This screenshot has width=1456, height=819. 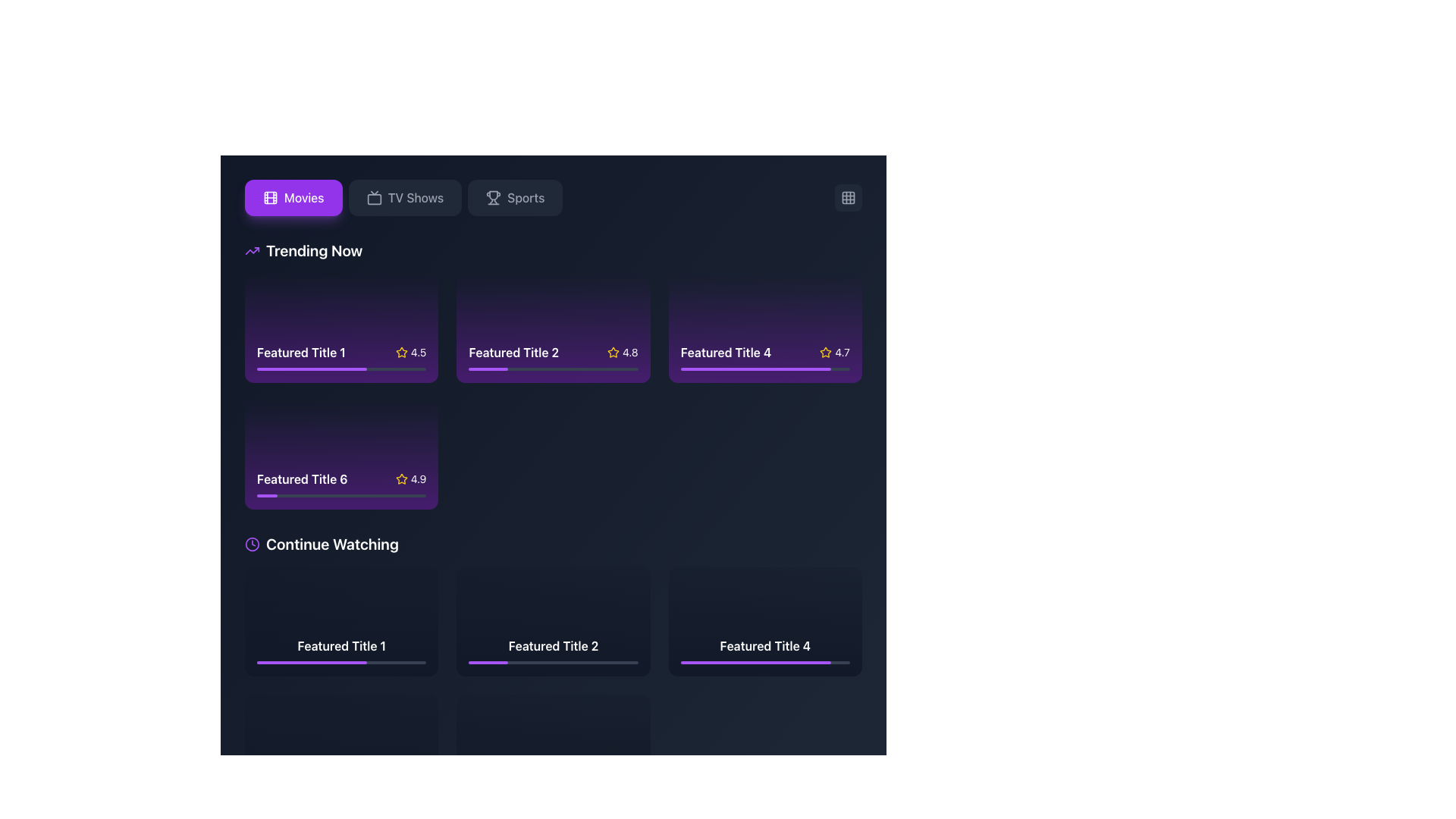 What do you see at coordinates (526, 197) in the screenshot?
I see `the Text Label that signifies a selectable option related to sports content, located in the horizontal navigation bar to the right of the 'TV Shows' button and following a trophy icon` at bounding box center [526, 197].